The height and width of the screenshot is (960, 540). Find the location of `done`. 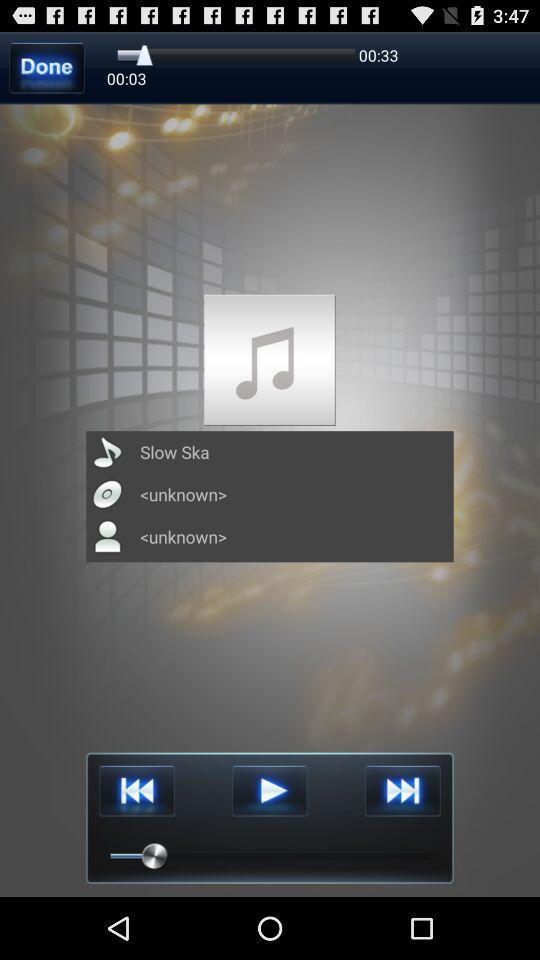

done is located at coordinates (47, 67).